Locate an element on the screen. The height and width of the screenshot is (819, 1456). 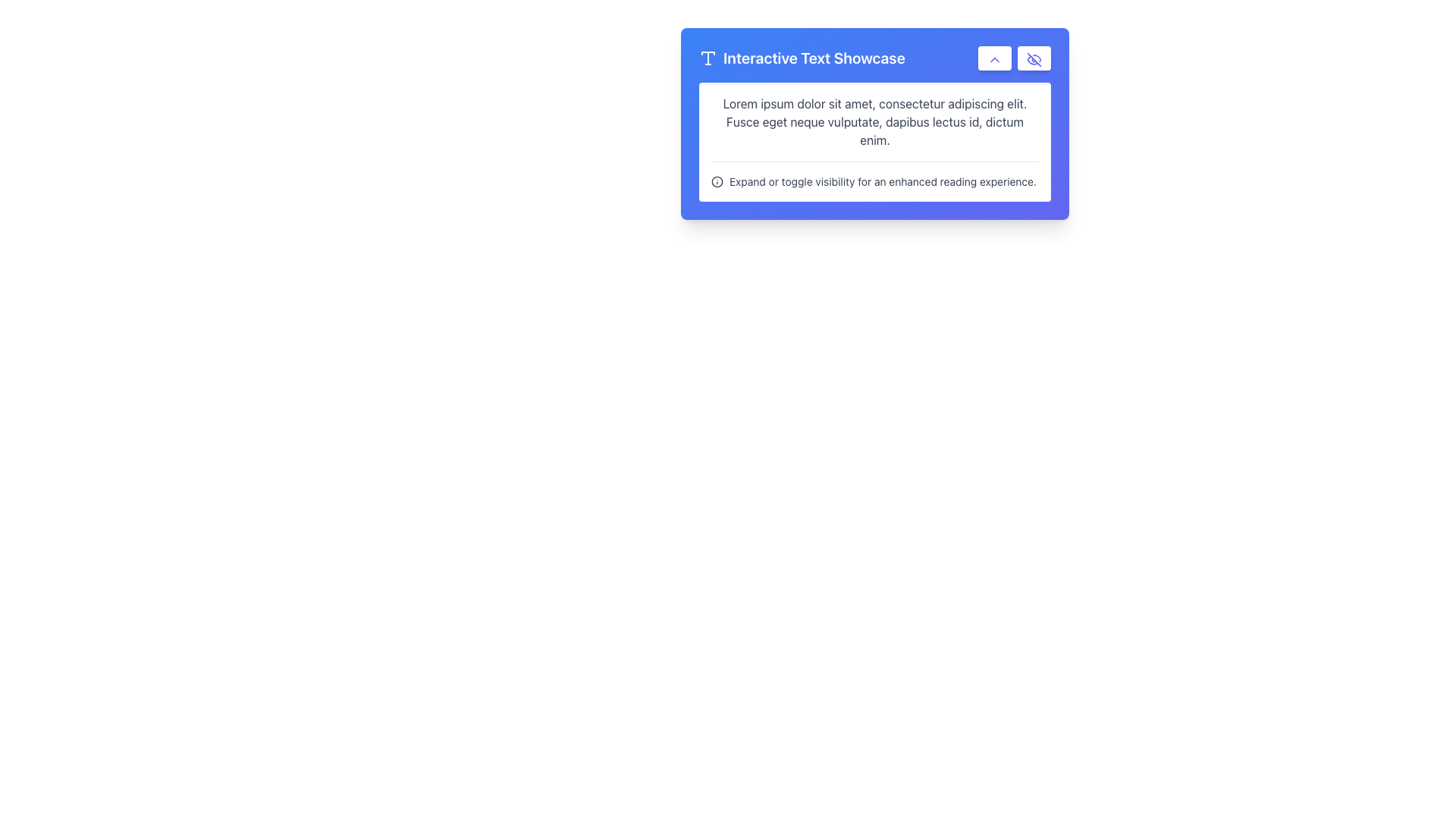
the chevron-up icon located at the top right of the blue panel labeled 'Interactive Text Showcase' is located at coordinates (994, 58).